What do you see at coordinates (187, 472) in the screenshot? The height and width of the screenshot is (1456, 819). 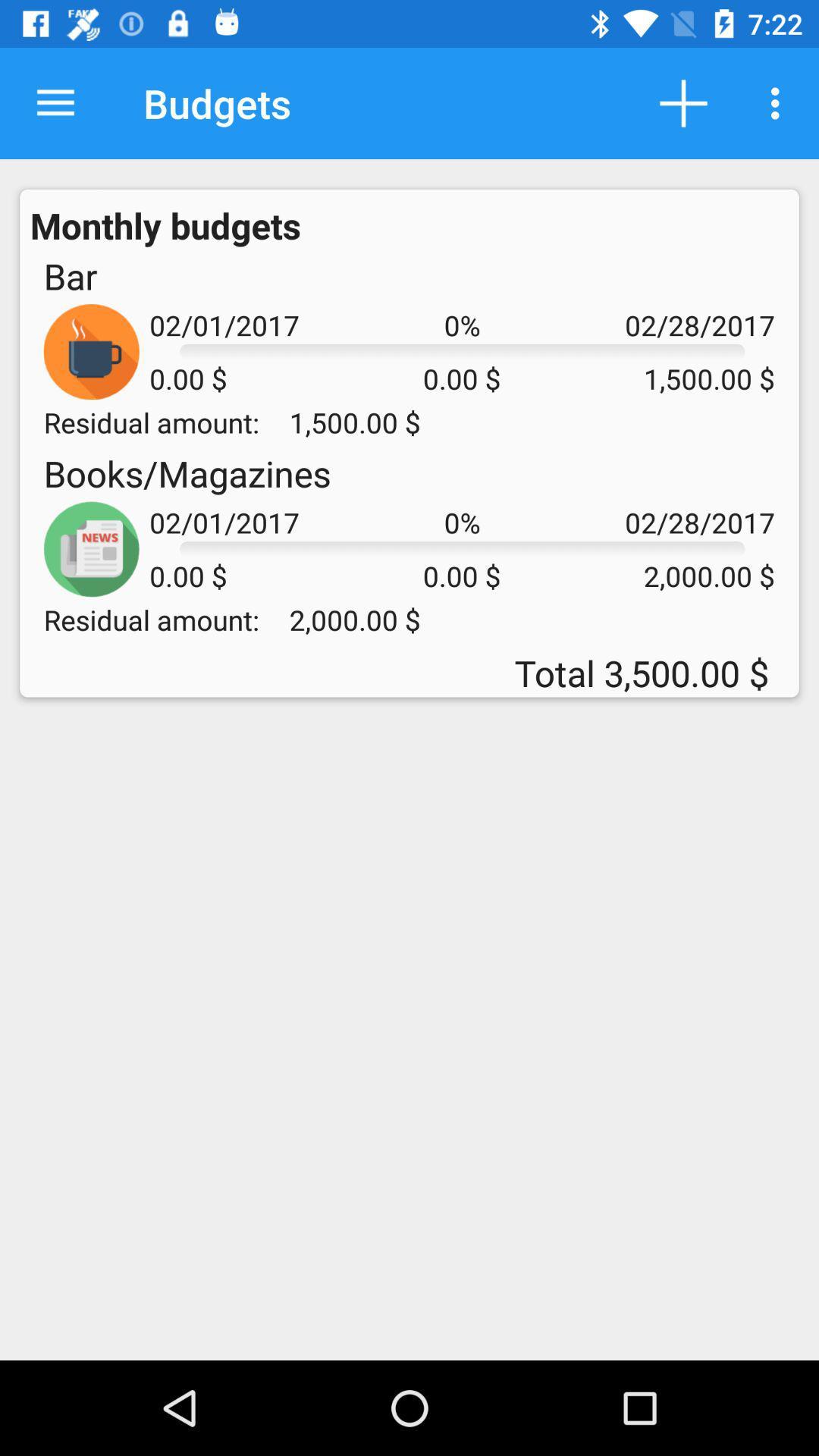 I see `the icon to the left of the 0%` at bounding box center [187, 472].